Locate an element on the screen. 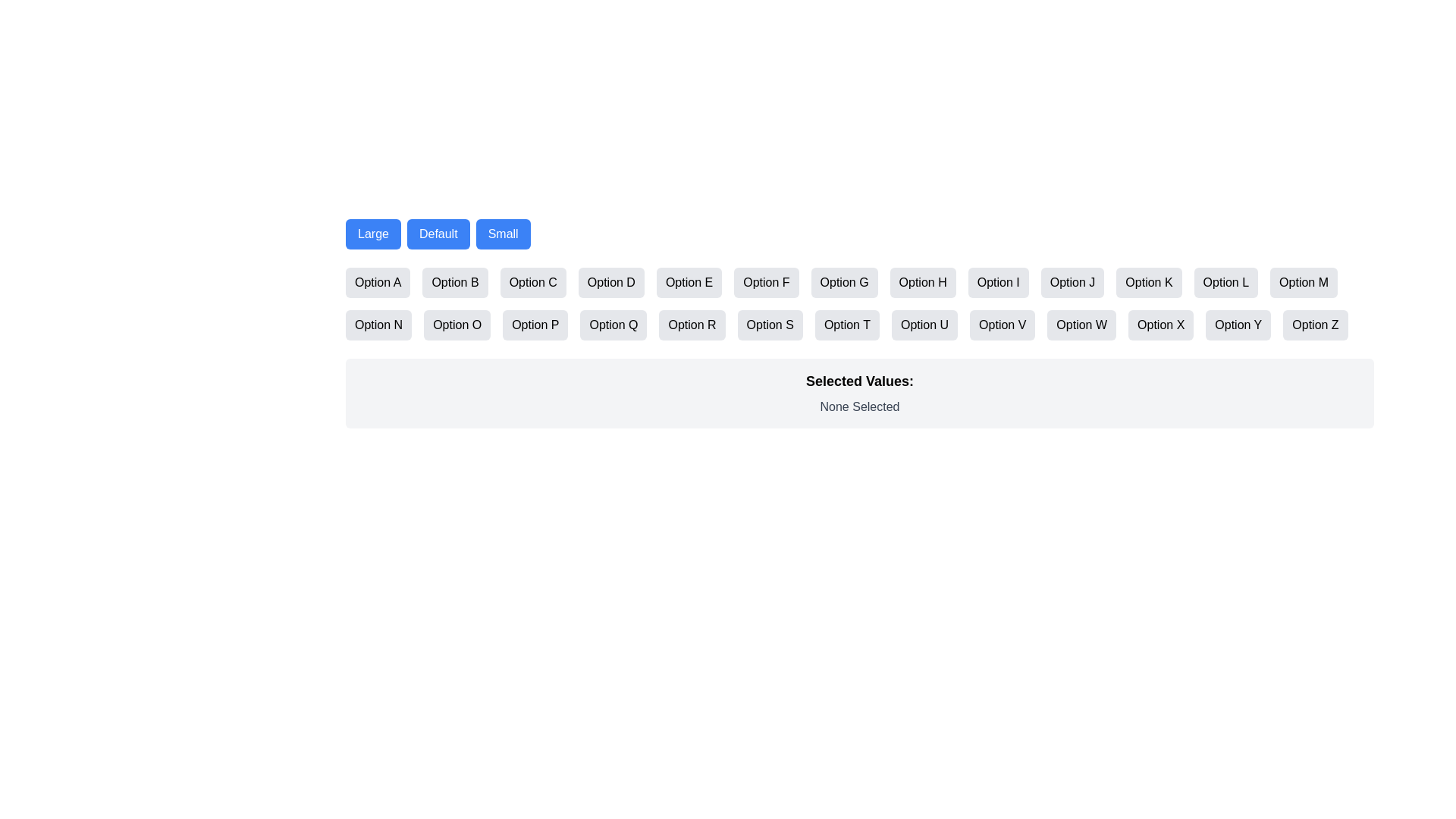 The width and height of the screenshot is (1456, 819). the blue 'Default' button with white text is located at coordinates (437, 234).